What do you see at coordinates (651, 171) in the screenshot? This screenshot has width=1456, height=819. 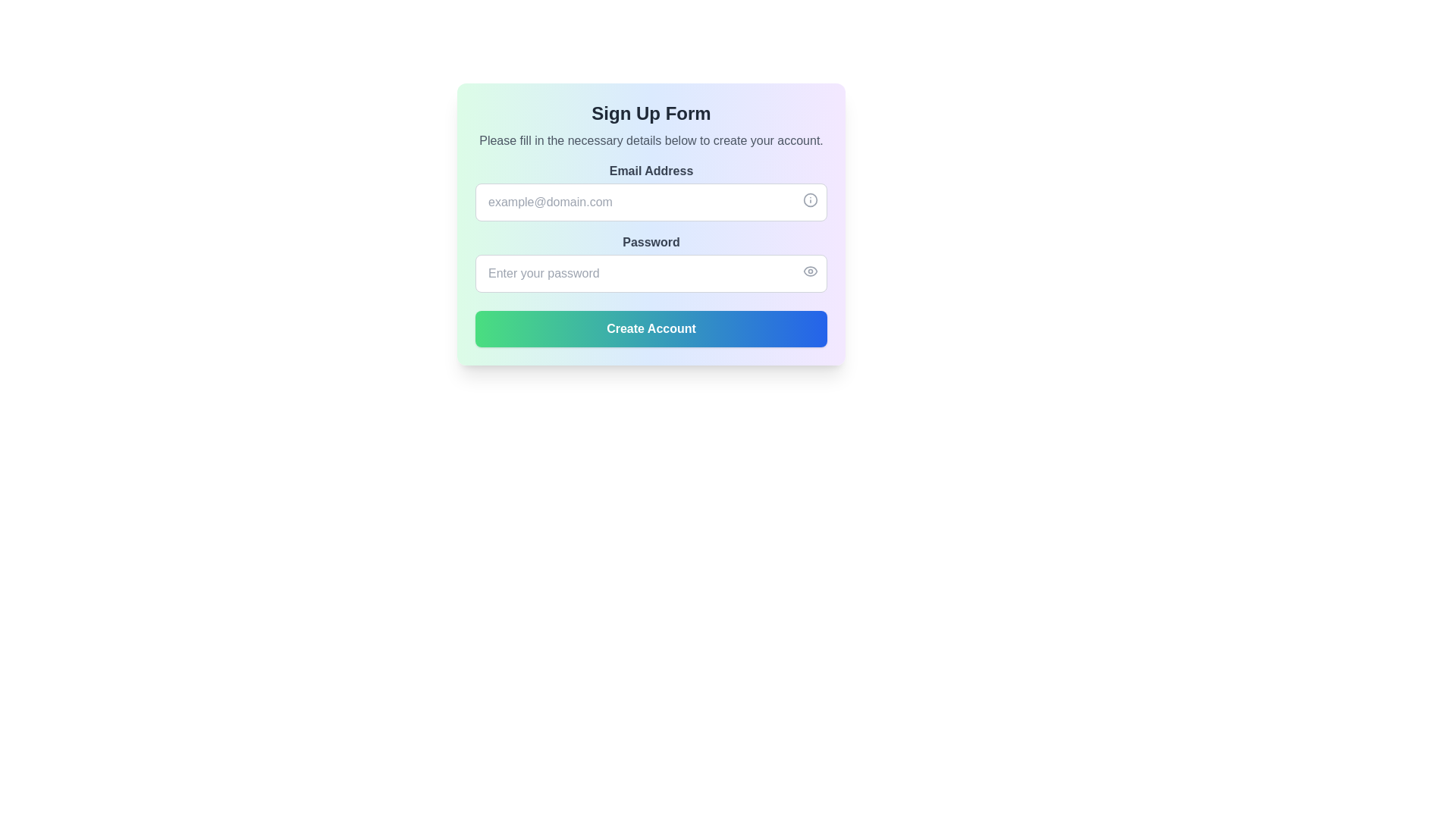 I see `the label that provides context for the email address input field, located in the upper-middle portion of the form, directly above the input field` at bounding box center [651, 171].